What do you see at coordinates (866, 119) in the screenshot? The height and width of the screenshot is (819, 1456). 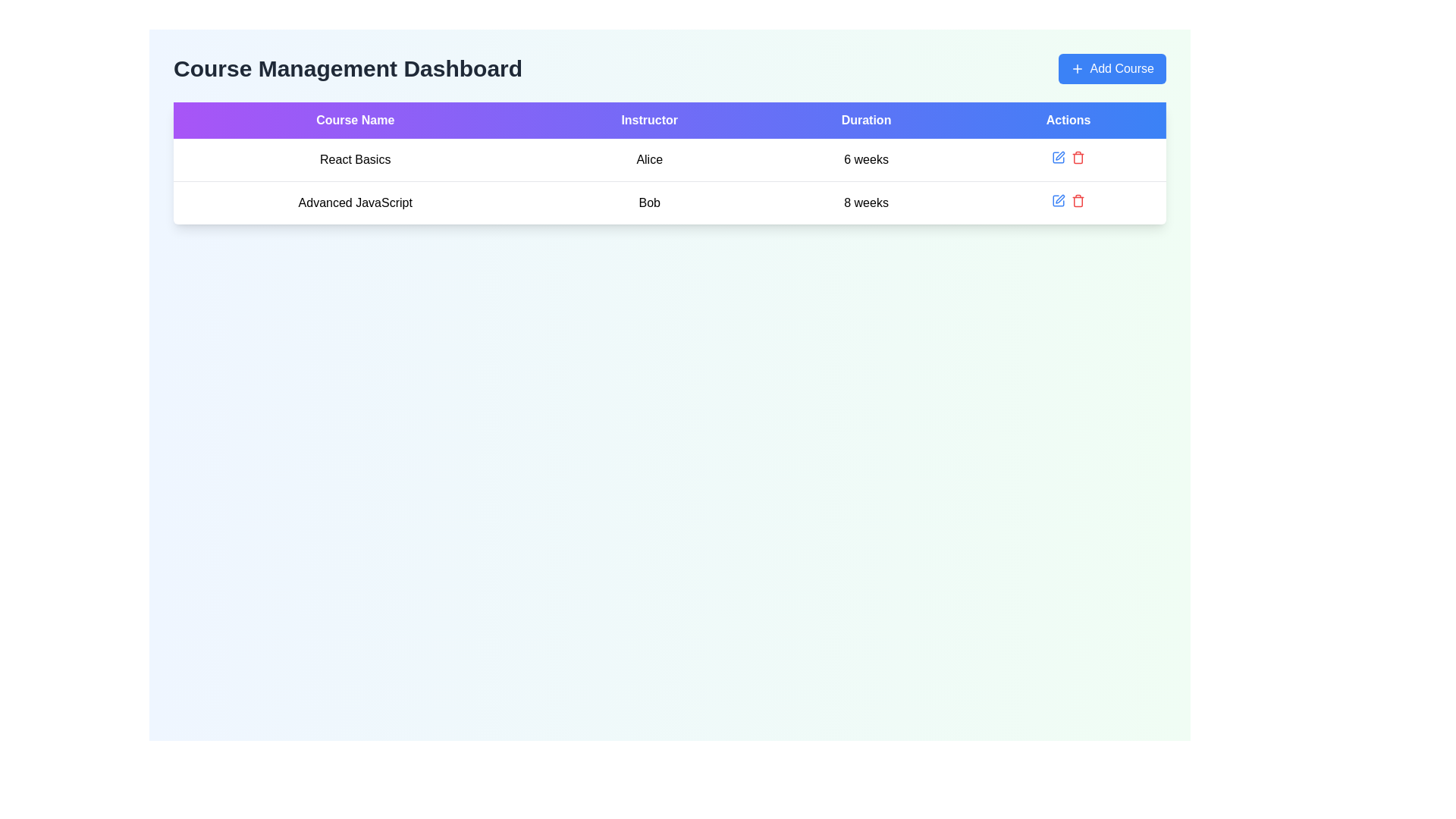 I see `text from the Column Header labeled 'Duration', which is a rectangular tab with a blue background and white text, located in the third position in a row of four tabs` at bounding box center [866, 119].